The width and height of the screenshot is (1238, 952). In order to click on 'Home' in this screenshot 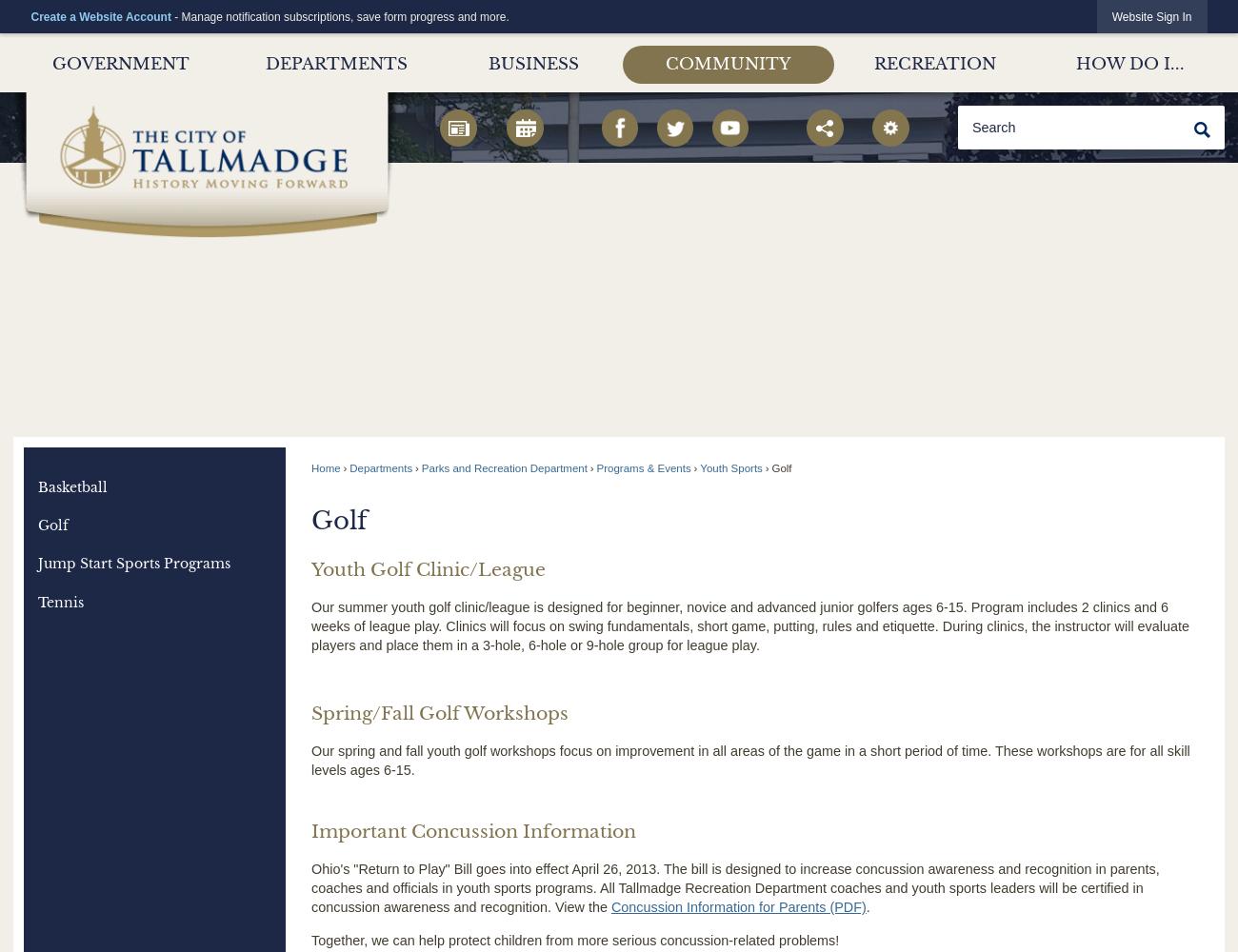, I will do `click(324, 467)`.